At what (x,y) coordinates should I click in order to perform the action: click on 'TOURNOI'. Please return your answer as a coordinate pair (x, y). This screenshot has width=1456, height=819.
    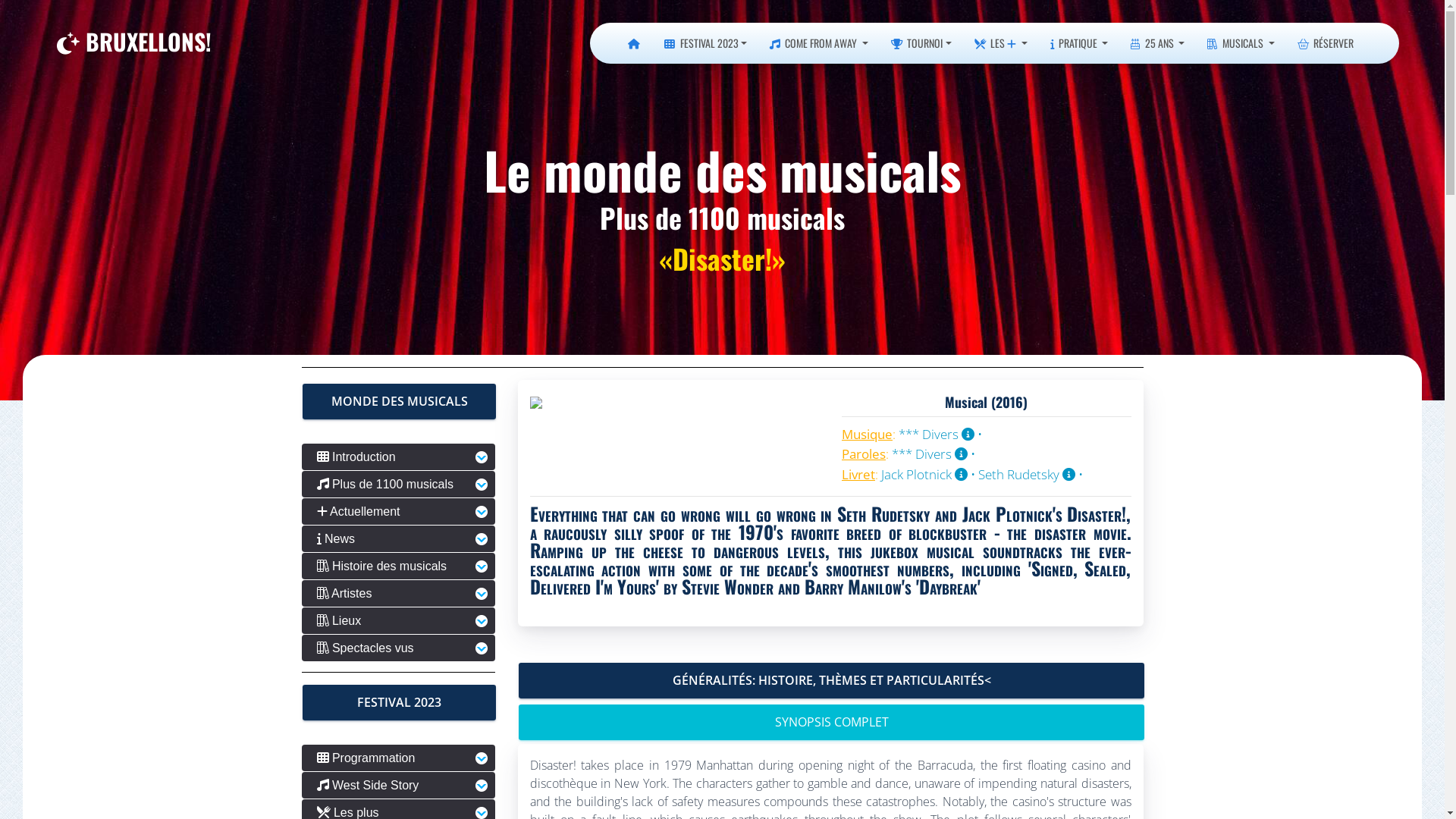
    Looking at the image, I should click on (920, 42).